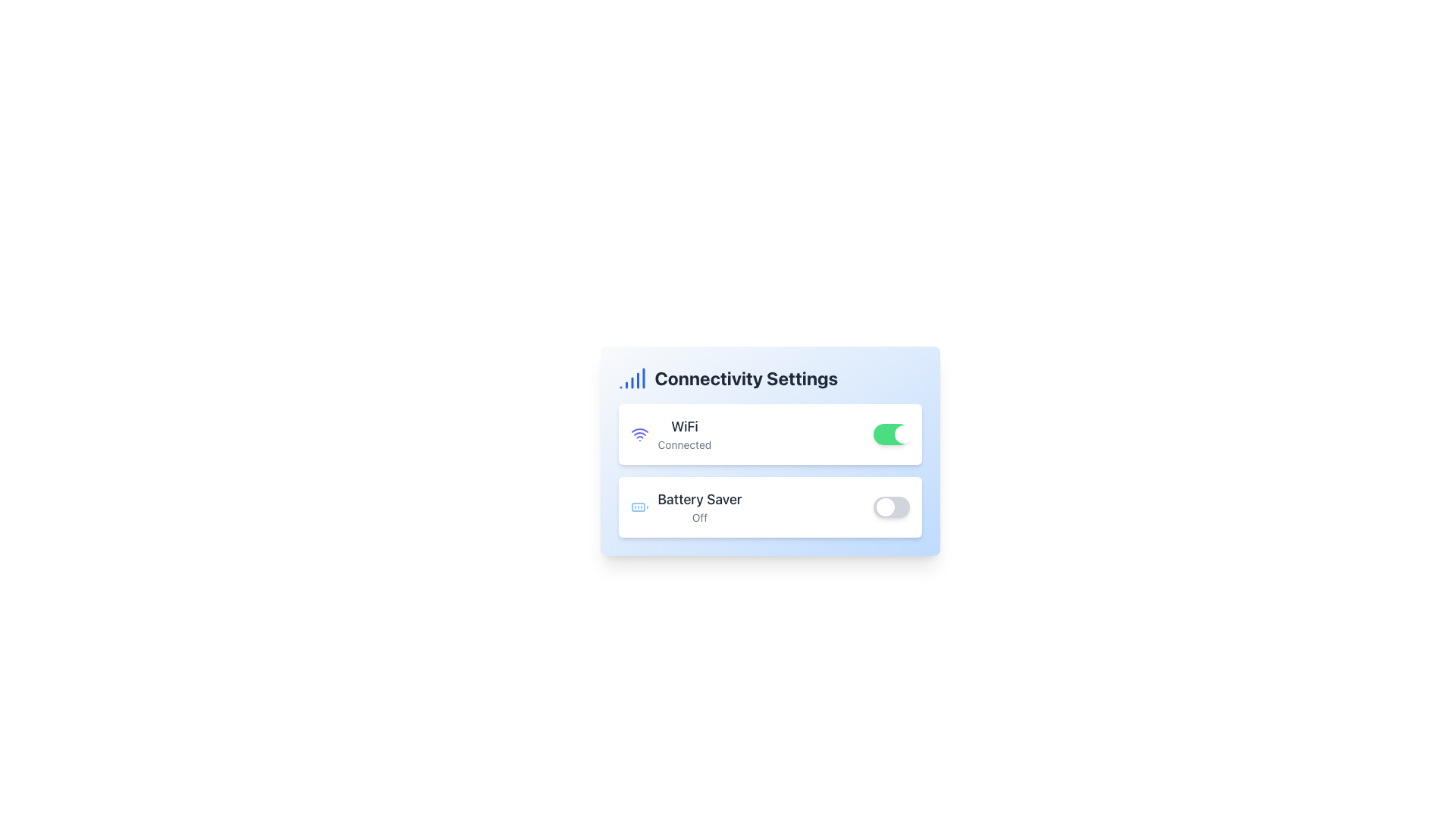 Image resolution: width=1456 pixels, height=819 pixels. What do you see at coordinates (683, 435) in the screenshot?
I see `WiFi status text label that displays 'WiFi' and 'Connected', located in the top section of the Connectivity Settings panel, aligned with the purple WiFi icon and the WiFi toggle button` at bounding box center [683, 435].